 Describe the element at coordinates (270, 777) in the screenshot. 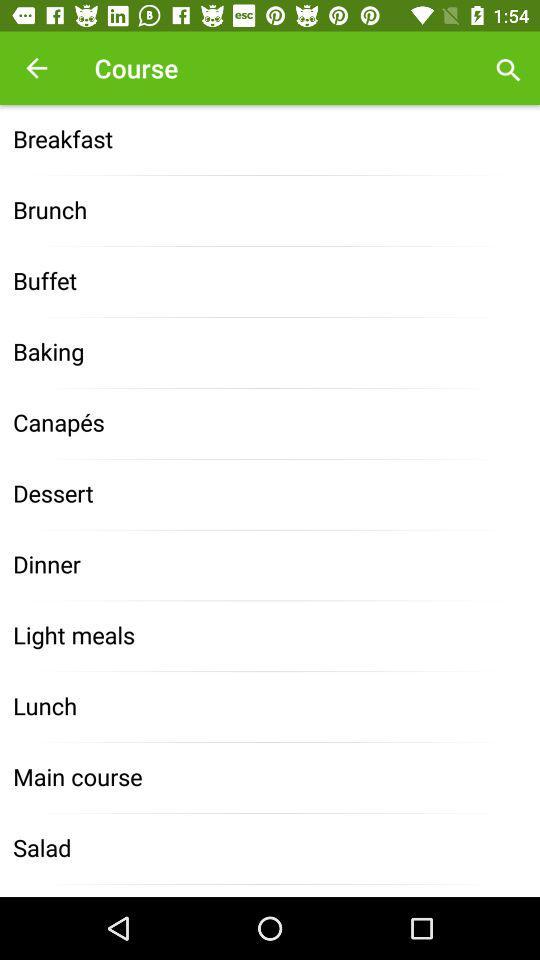

I see `item above the salad` at that location.